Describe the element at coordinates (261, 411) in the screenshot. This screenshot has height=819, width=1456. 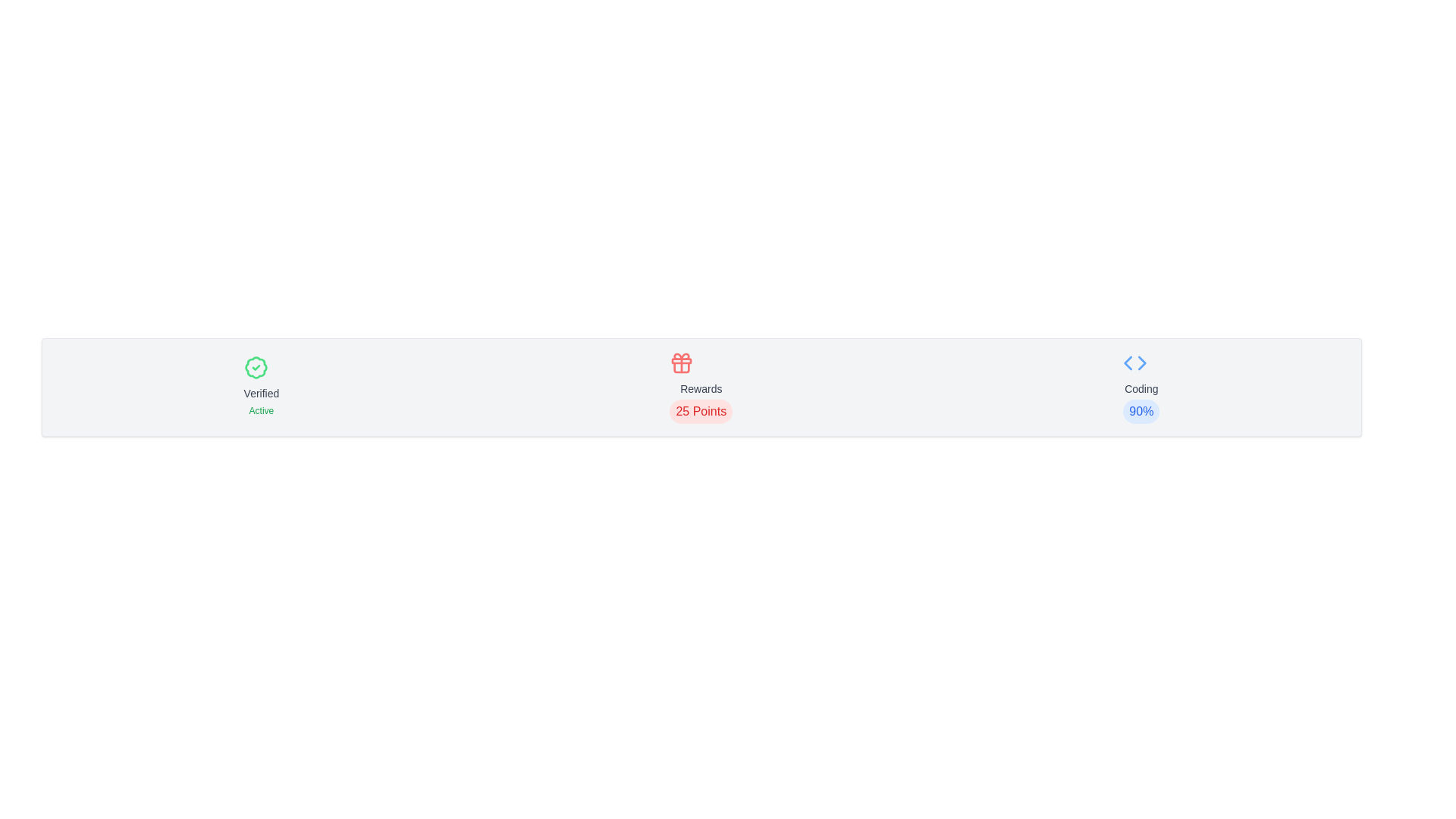
I see `status information from the 'Active' status indicator text label located below the 'Verified' label and badge icon in the left column of the layout` at that location.